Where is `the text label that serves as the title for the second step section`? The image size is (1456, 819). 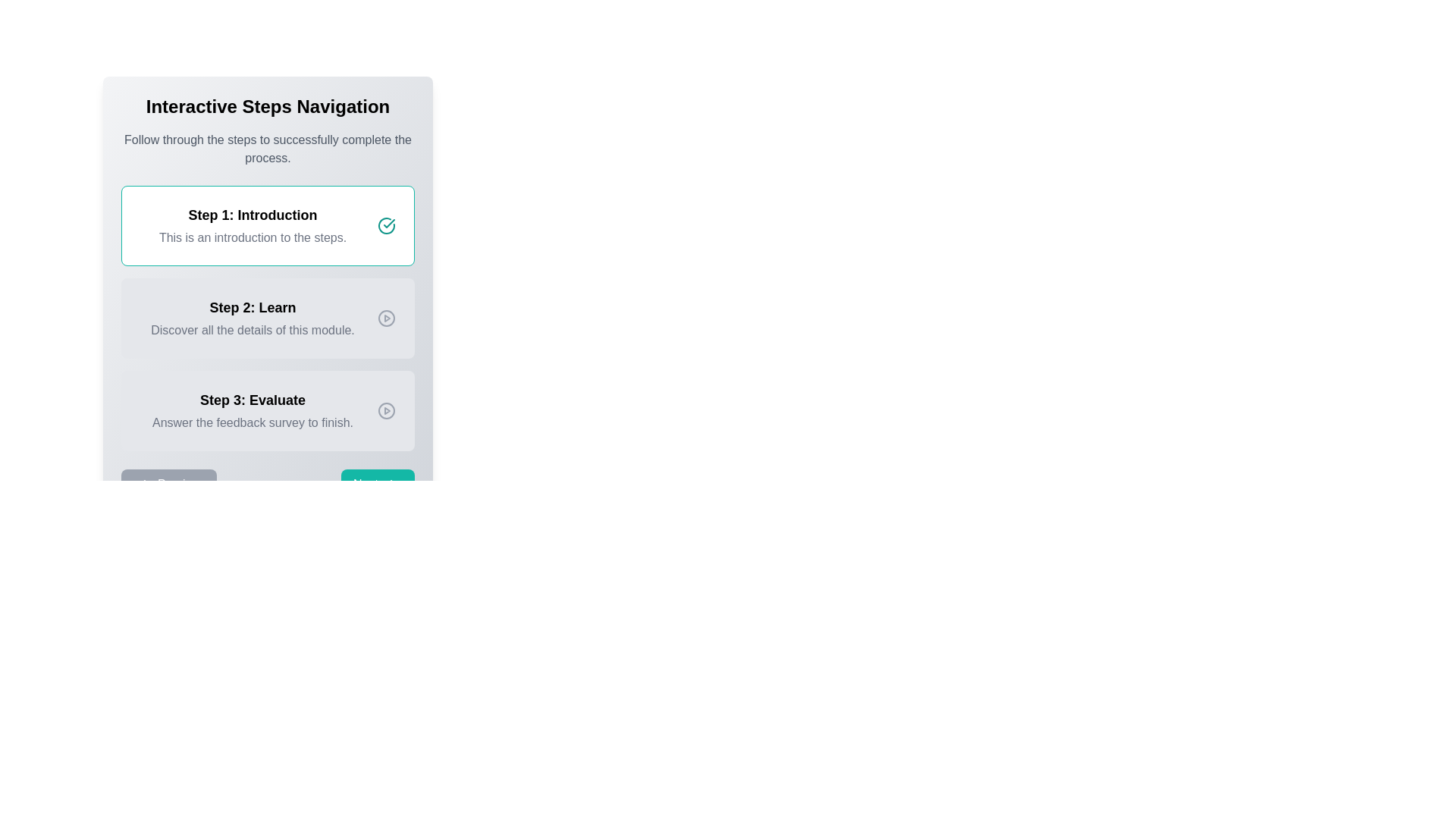 the text label that serves as the title for the second step section is located at coordinates (253, 307).